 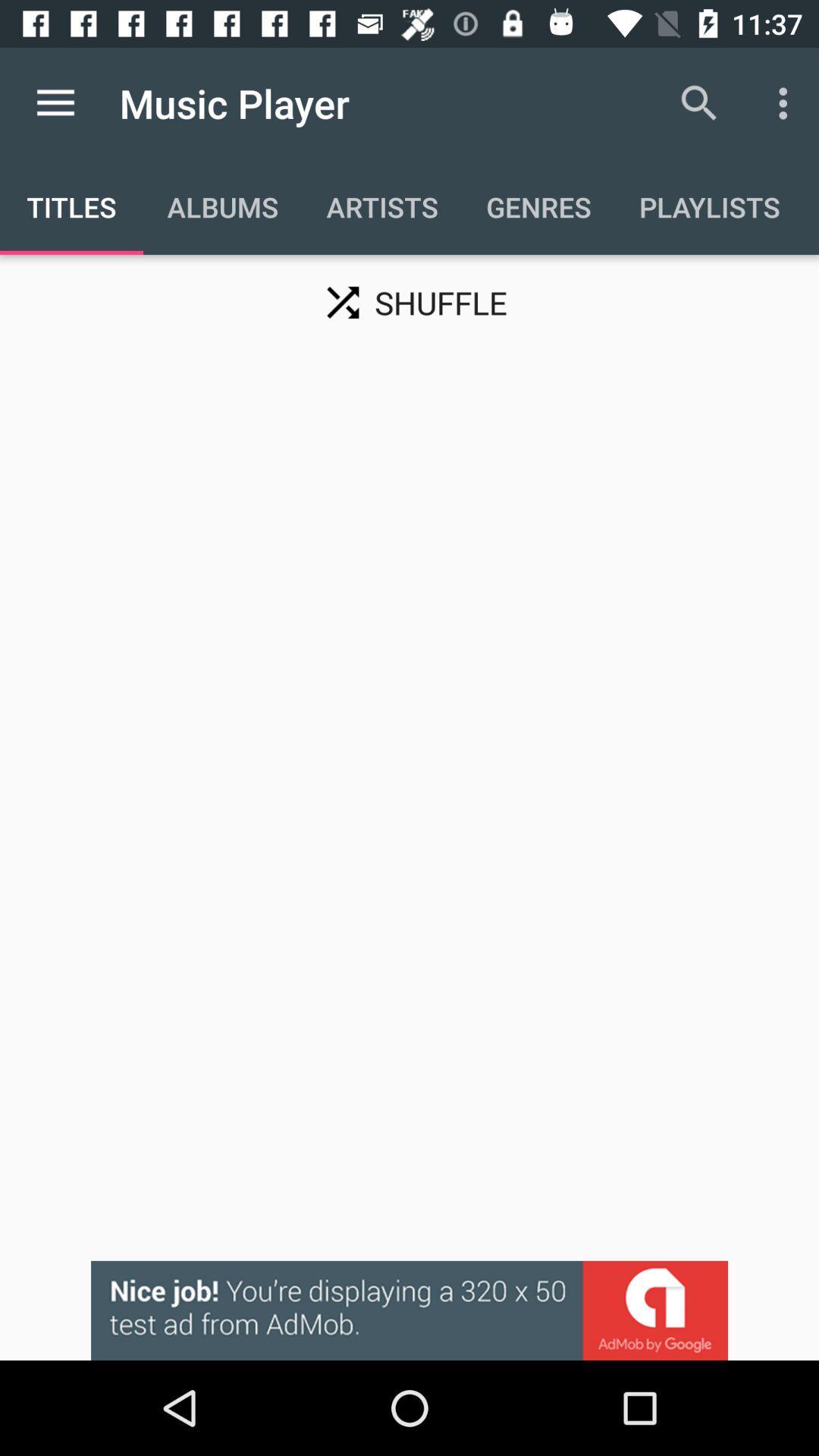 I want to click on click menu option, so click(x=55, y=102).